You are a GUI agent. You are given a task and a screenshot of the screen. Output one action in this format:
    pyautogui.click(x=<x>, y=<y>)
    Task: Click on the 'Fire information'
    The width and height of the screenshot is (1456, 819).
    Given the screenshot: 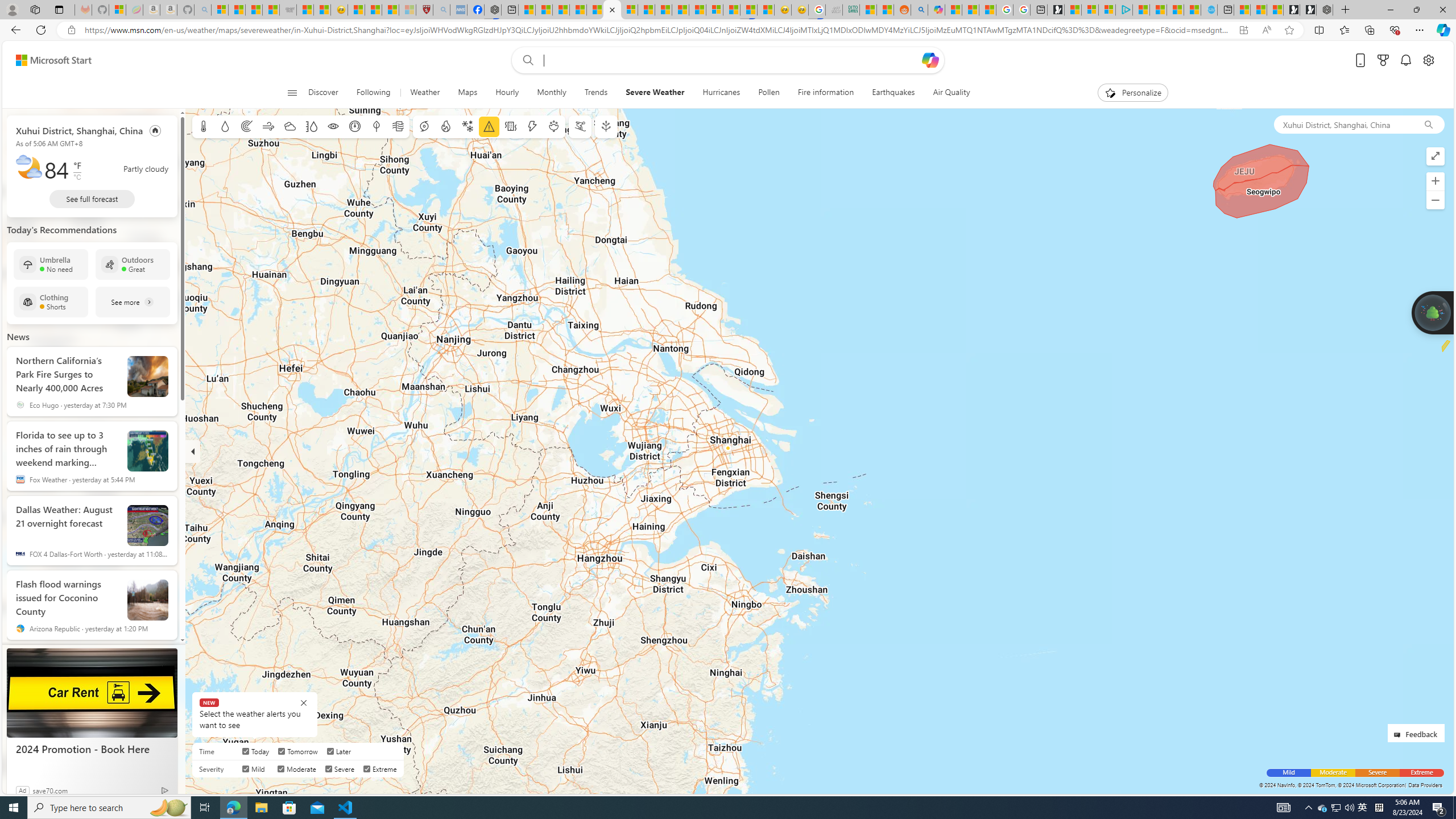 What is the action you would take?
    pyautogui.click(x=825, y=92)
    